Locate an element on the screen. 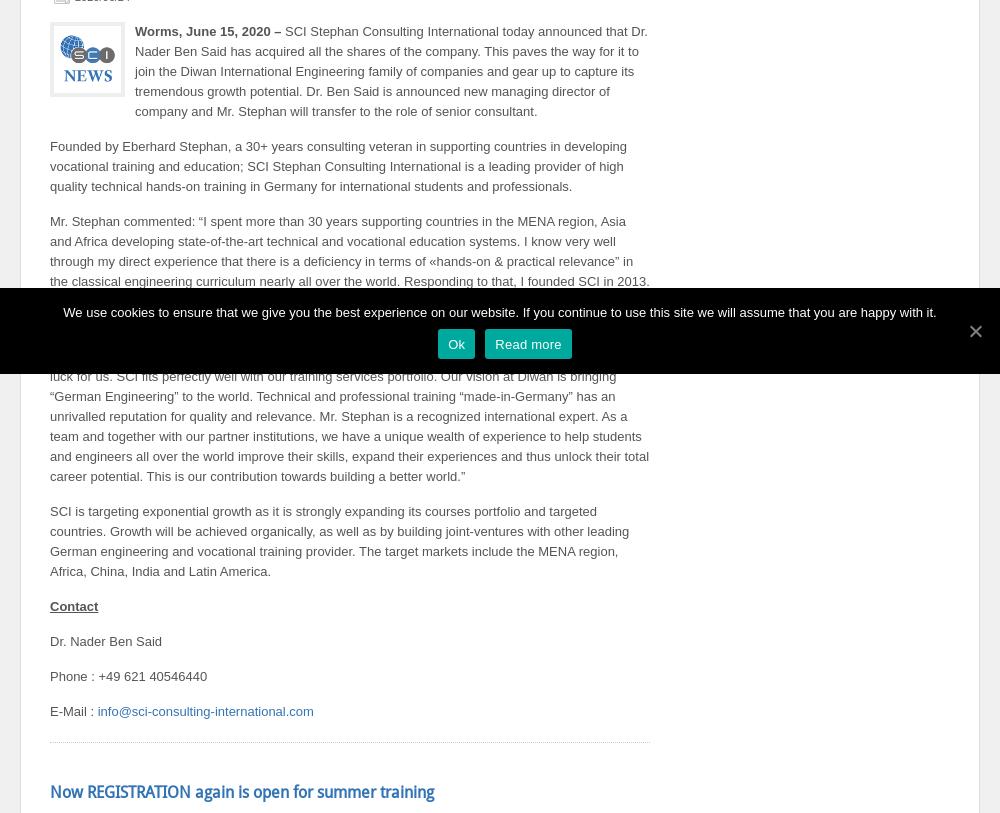 Image resolution: width=1000 pixels, height=813 pixels. 'SCI Stephan Consulting International today announced that Dr. Nader Ben Said has acquired all the shares of the company. This paves the way for it to join the Diwan International Engineering family of companies and gear up to capture its tremendous growth potential. Dr. Ben Said is announced new managing director of company and Mr. Stephan will transfer to the role of senior consultant.' is located at coordinates (135, 70).